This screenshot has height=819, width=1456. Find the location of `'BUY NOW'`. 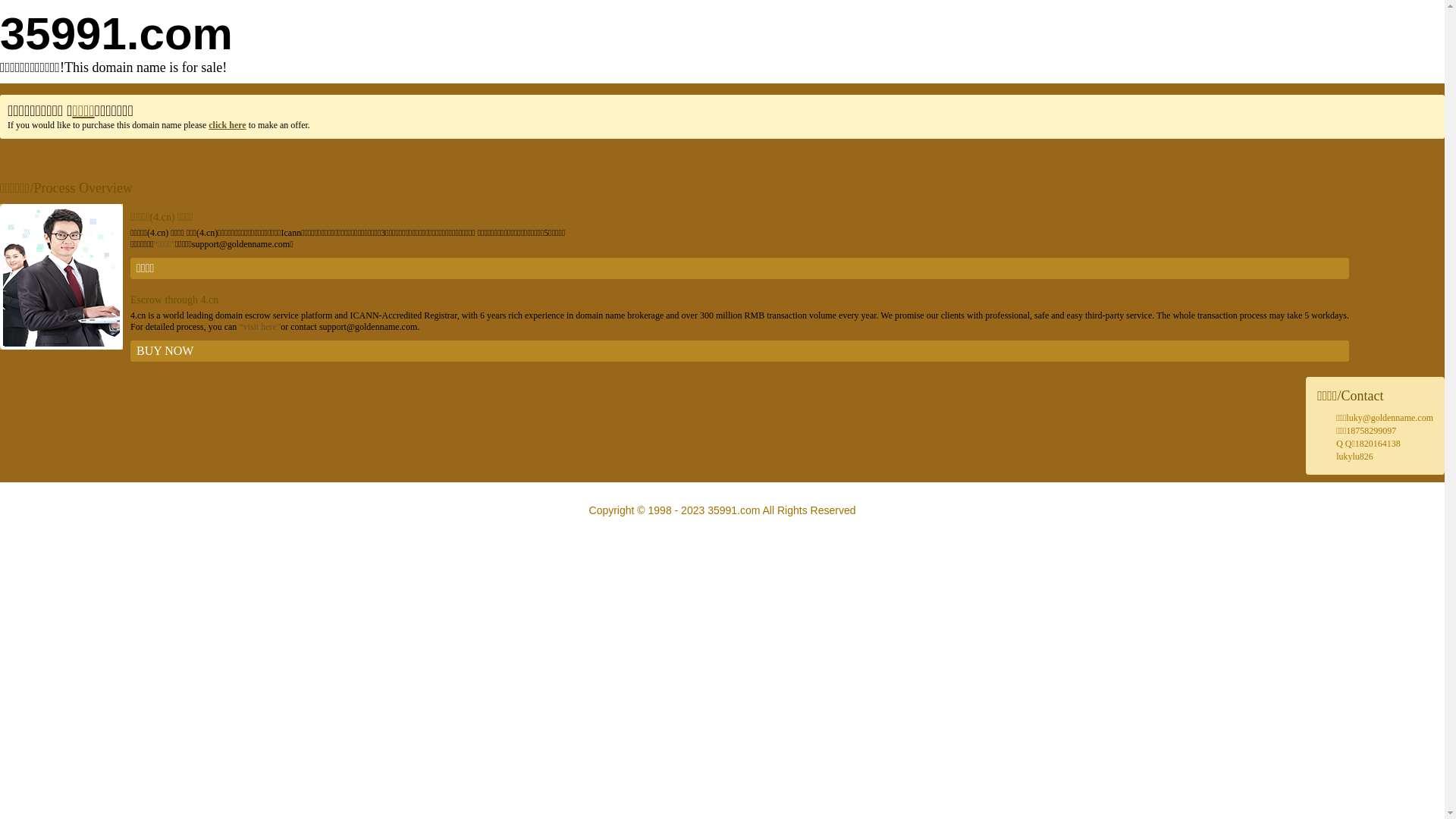

'BUY NOW' is located at coordinates (130, 350).